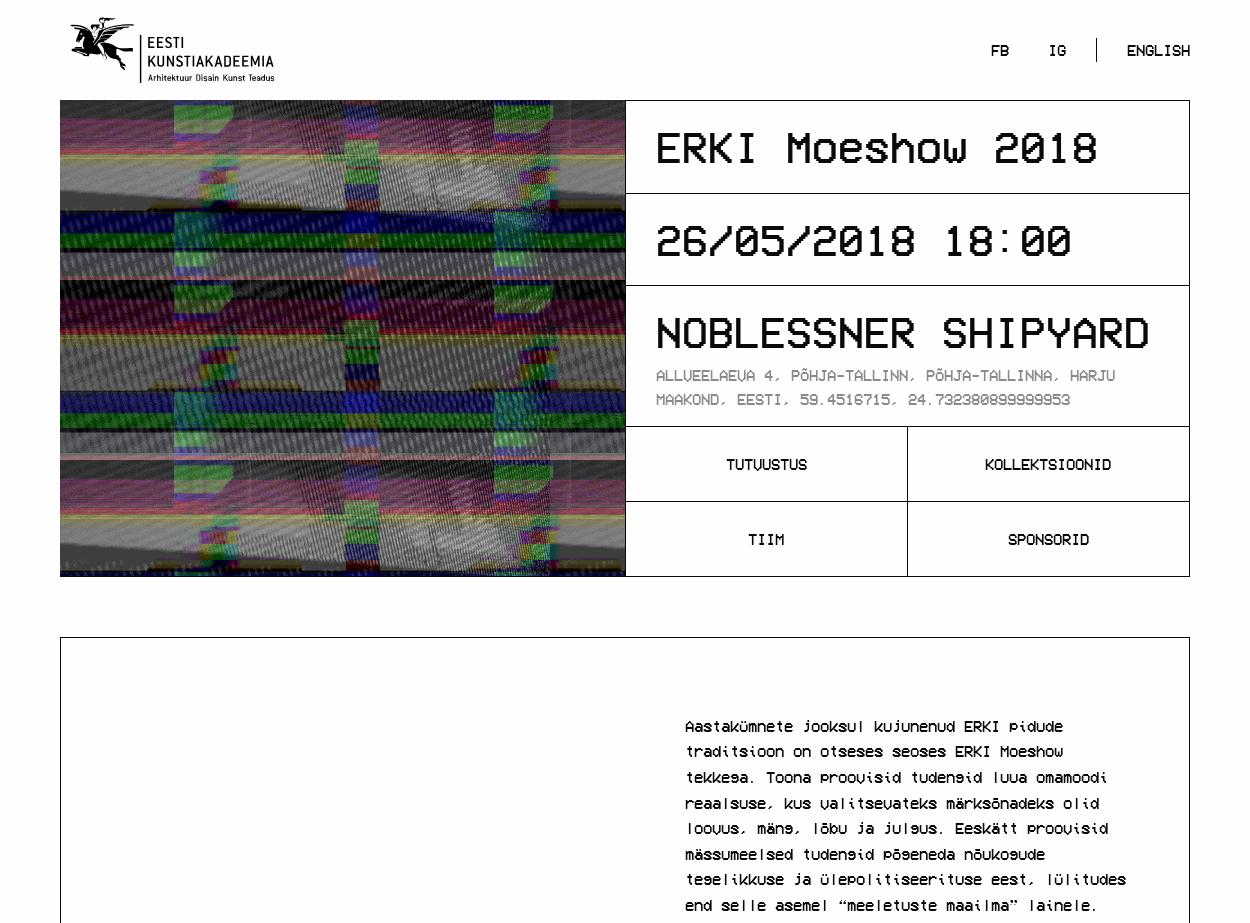 This screenshot has width=1250, height=923. What do you see at coordinates (1047, 537) in the screenshot?
I see `'Sponsorid'` at bounding box center [1047, 537].